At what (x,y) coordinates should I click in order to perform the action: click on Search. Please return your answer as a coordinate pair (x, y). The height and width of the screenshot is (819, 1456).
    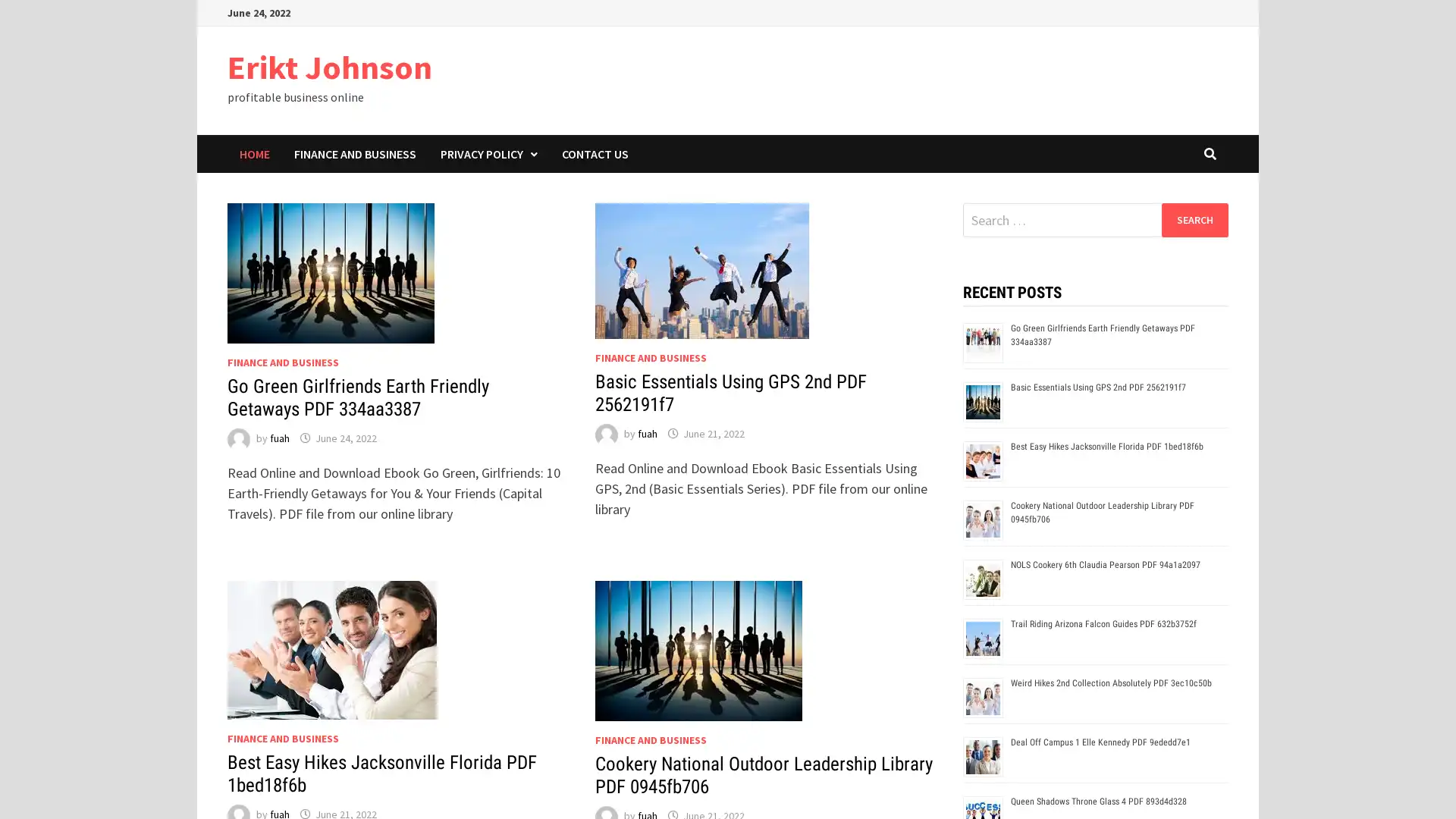
    Looking at the image, I should click on (1194, 219).